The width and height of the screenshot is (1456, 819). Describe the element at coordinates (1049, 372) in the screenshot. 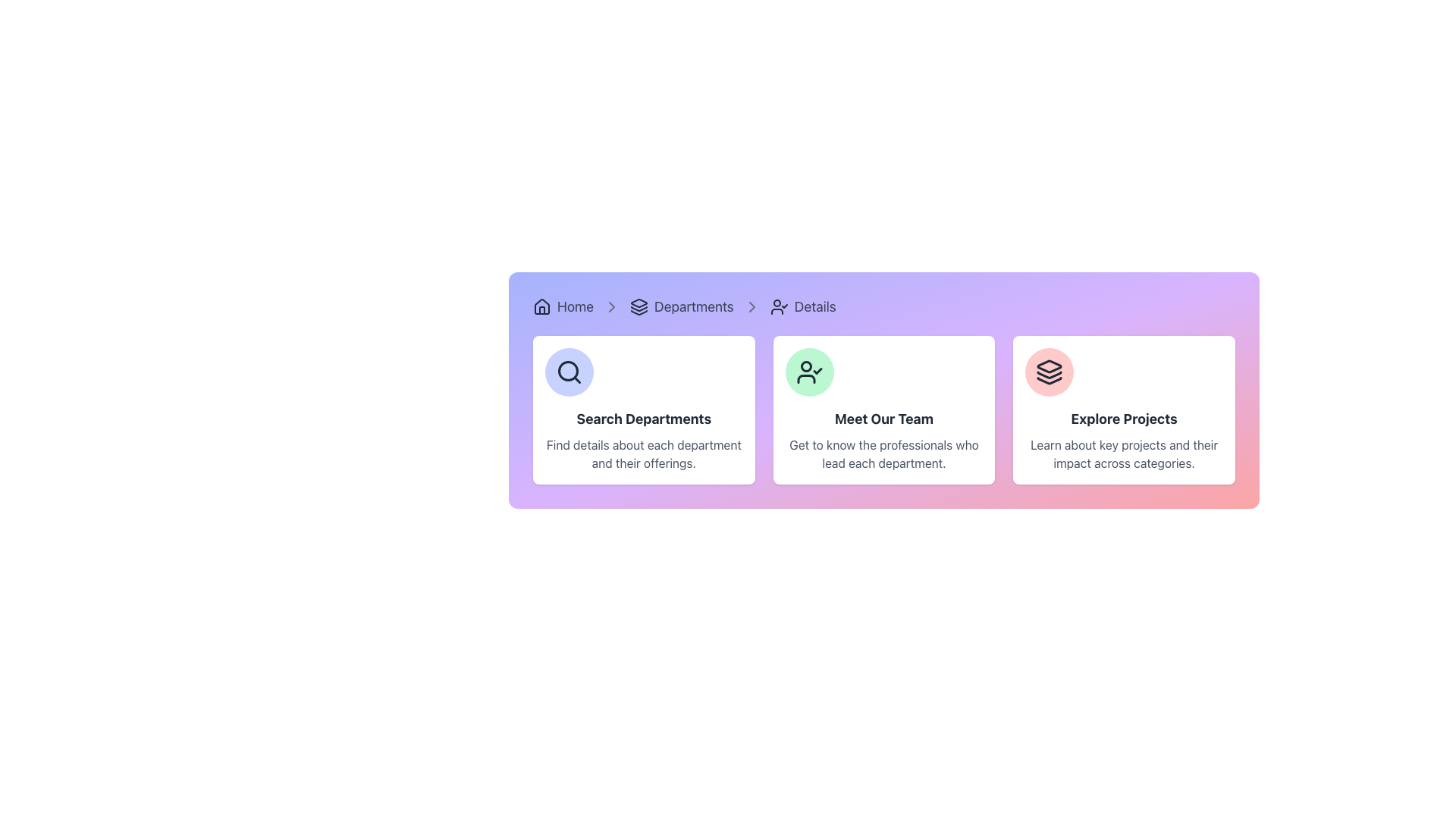

I see `the SVG graphic icon representing the 'Explore Projects' card located at the bottom right corner of the interface` at that location.